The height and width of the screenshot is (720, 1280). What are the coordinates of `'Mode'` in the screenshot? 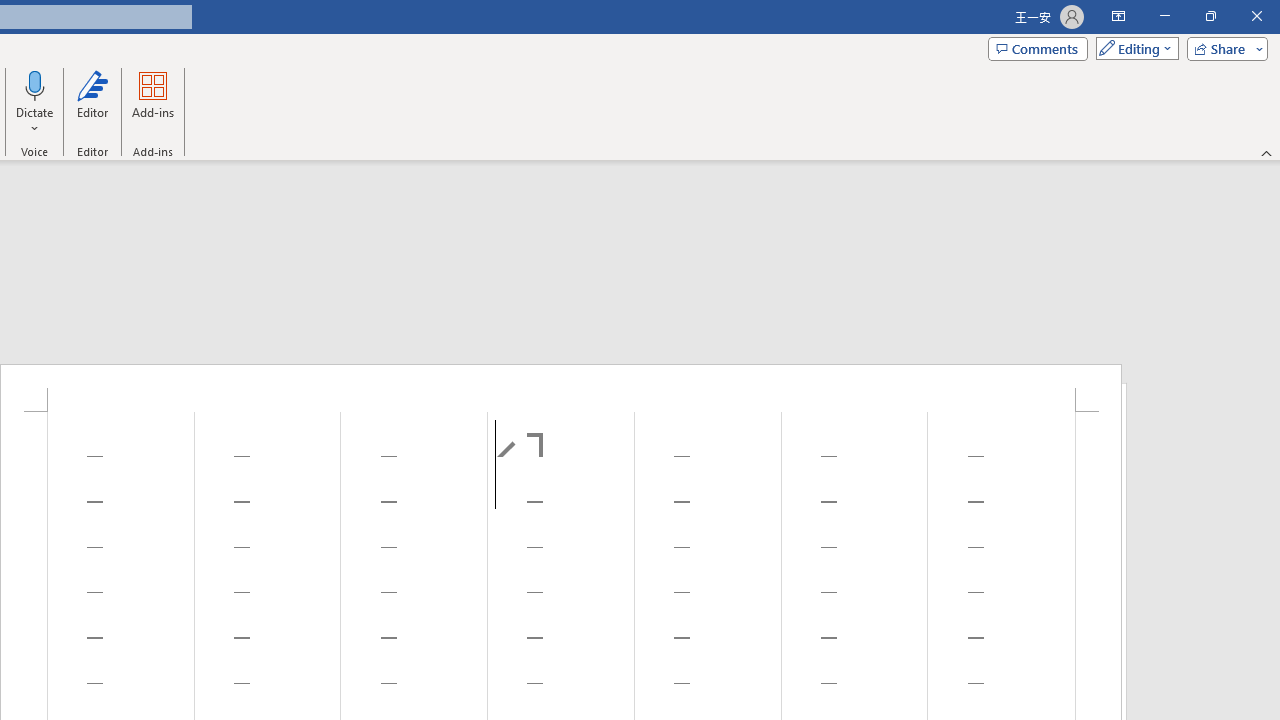 It's located at (1133, 47).